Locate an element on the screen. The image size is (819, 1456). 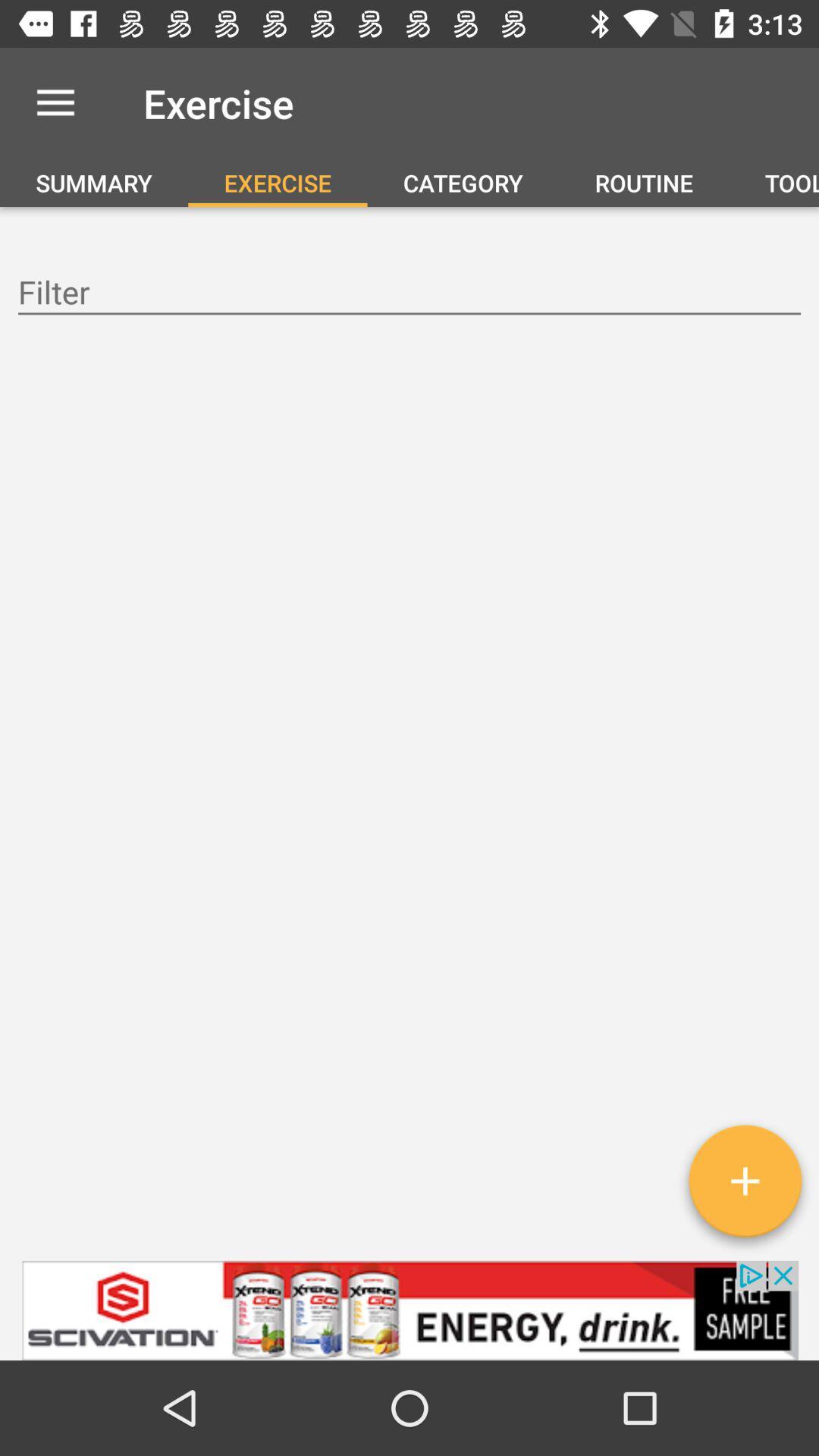
filter name is located at coordinates (409, 294).